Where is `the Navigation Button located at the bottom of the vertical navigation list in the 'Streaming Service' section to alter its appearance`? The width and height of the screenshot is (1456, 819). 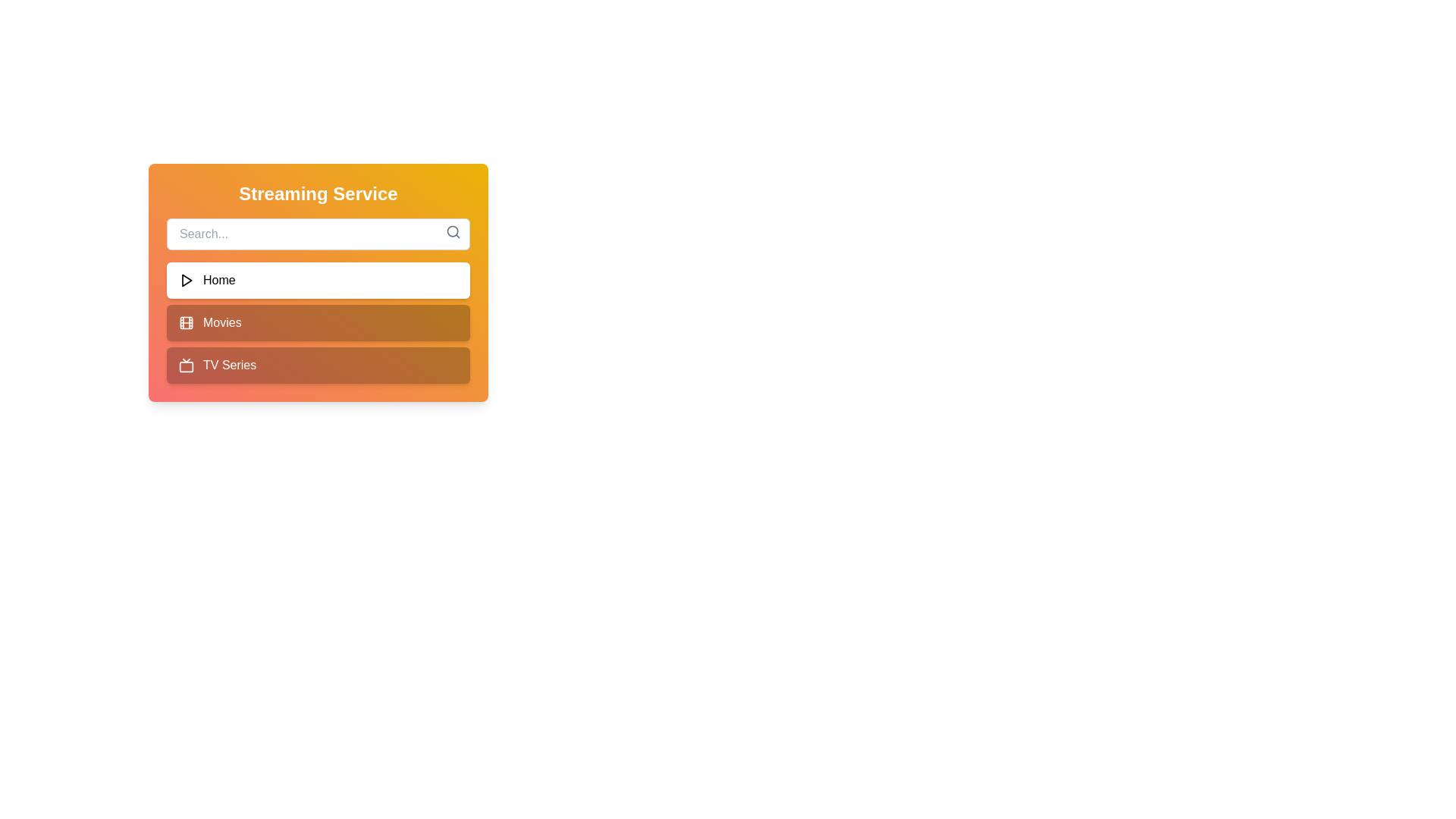 the Navigation Button located at the bottom of the vertical navigation list in the 'Streaming Service' section to alter its appearance is located at coordinates (318, 366).